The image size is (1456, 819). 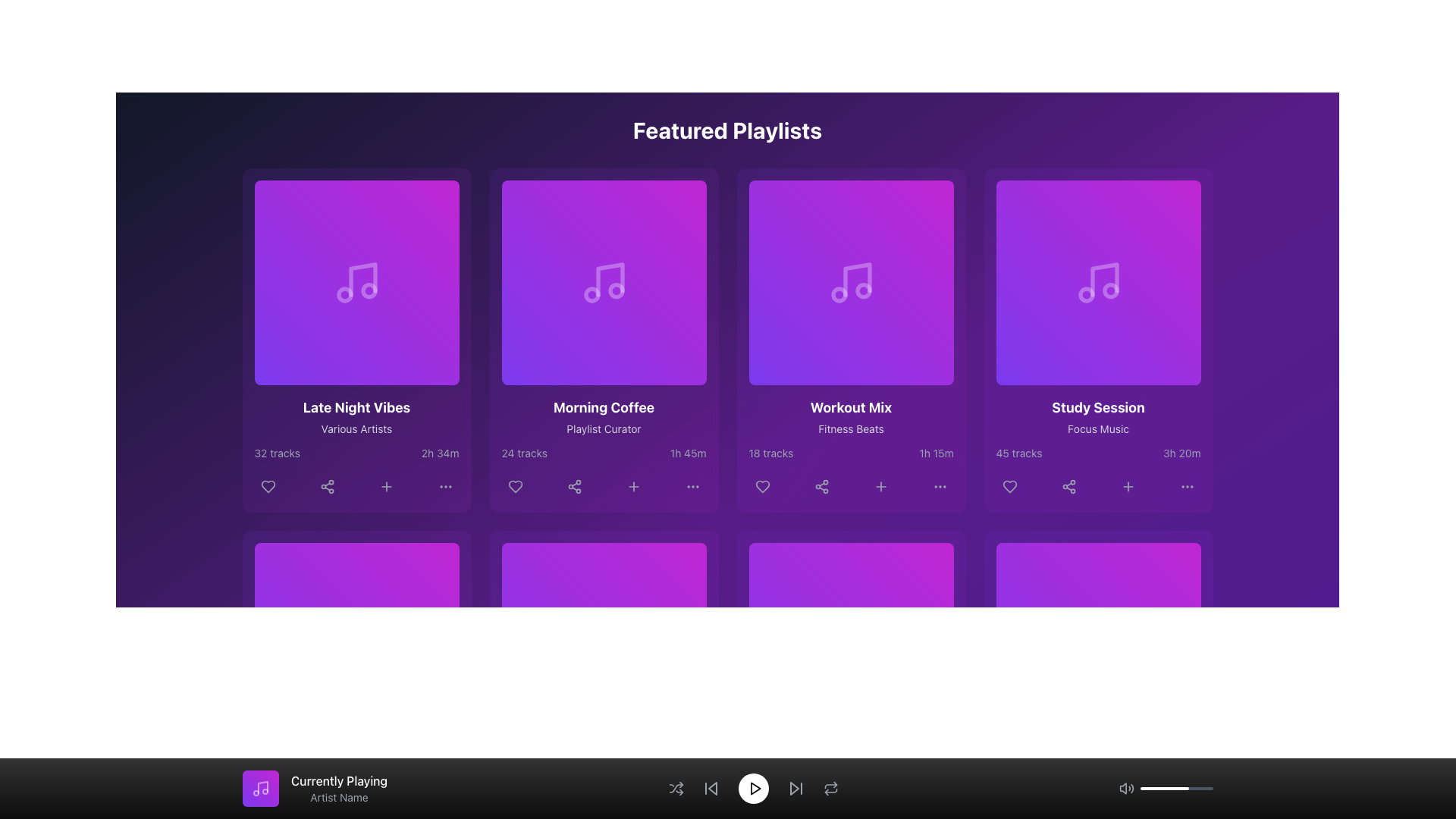 What do you see at coordinates (604, 645) in the screenshot?
I see `the play button located centrally in the bottom control bar` at bounding box center [604, 645].